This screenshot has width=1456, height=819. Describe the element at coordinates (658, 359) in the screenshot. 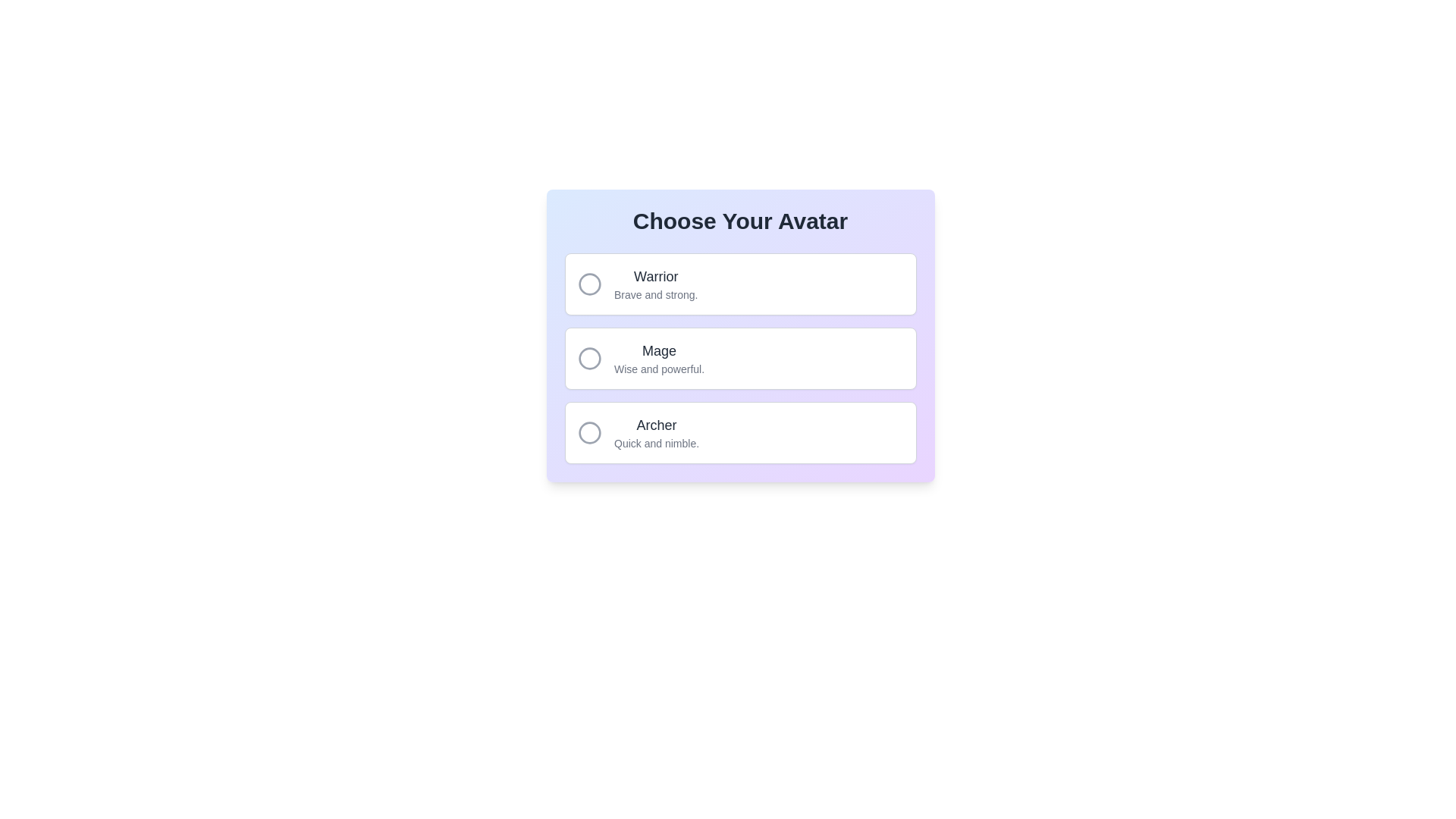

I see `text label for the 'Mage' option, which is located in the middle of a vertical list of three options, between 'Warrior' and 'Archer'` at that location.